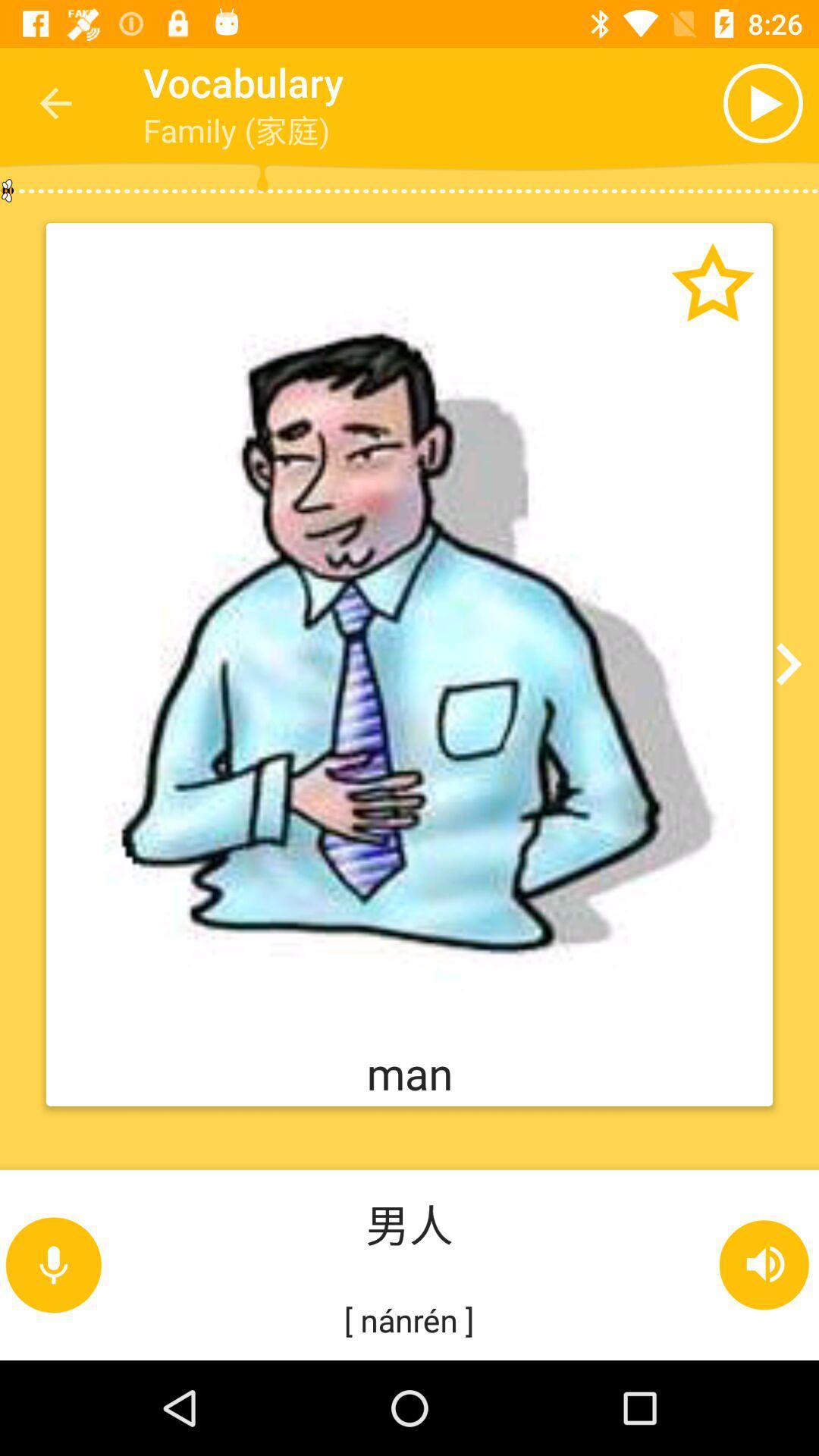 This screenshot has width=819, height=1456. Describe the element at coordinates (765, 1265) in the screenshot. I see `the volume icon` at that location.